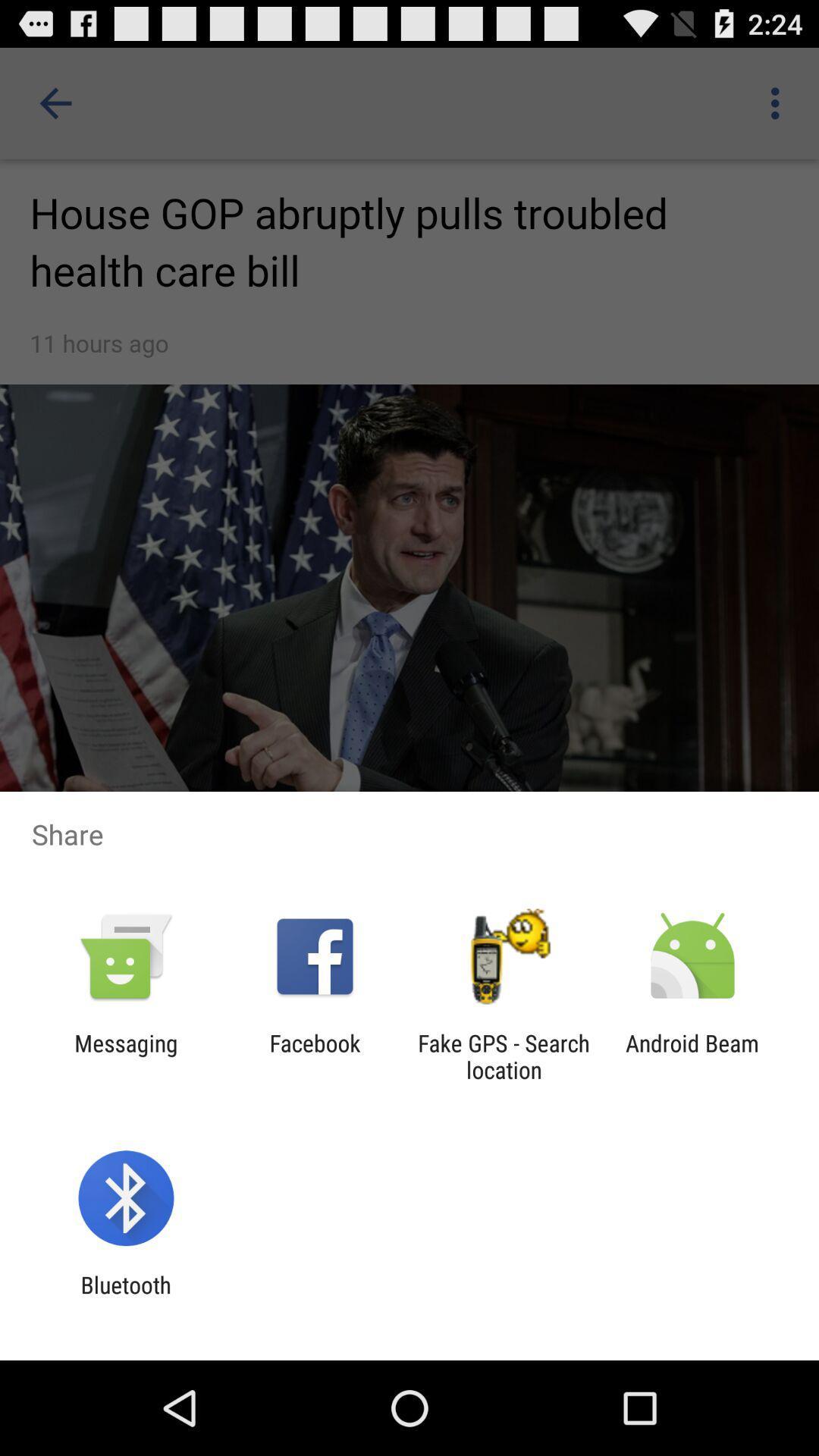  I want to click on the facebook icon, so click(314, 1056).